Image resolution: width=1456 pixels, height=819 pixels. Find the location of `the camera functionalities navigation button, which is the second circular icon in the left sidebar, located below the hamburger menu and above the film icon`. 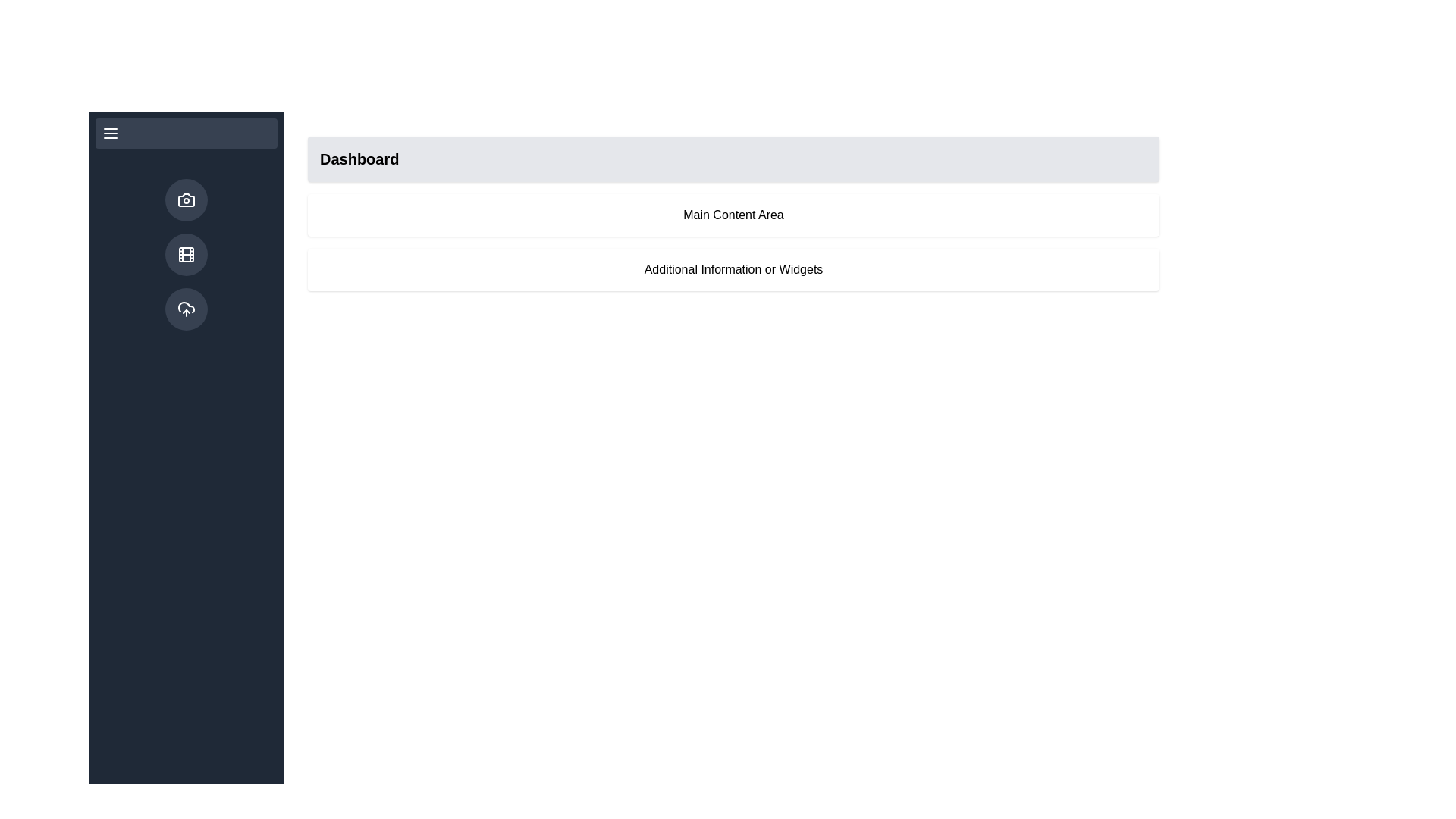

the camera functionalities navigation button, which is the second circular icon in the left sidebar, located below the hamburger menu and above the film icon is located at coordinates (185, 199).